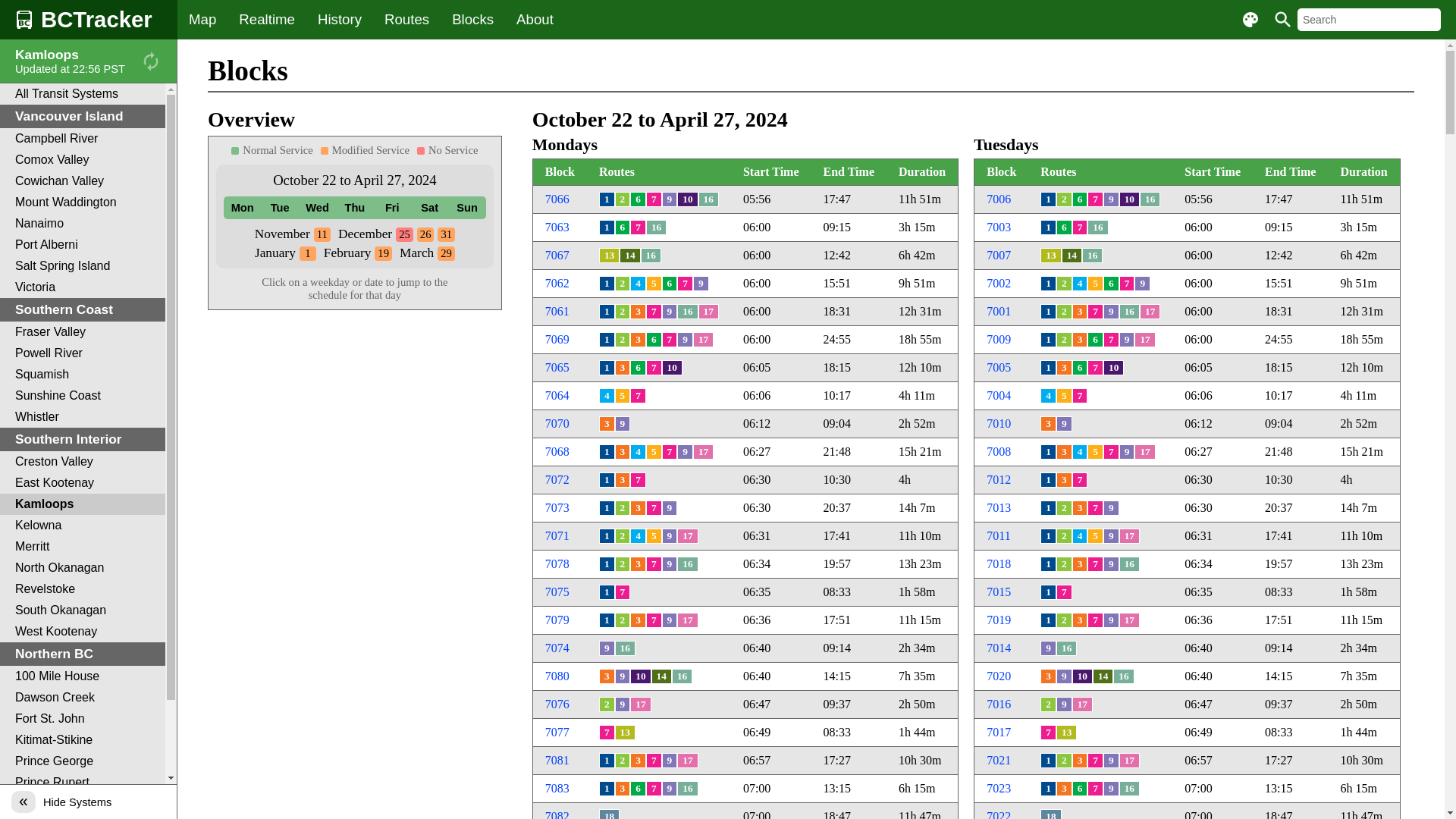 The height and width of the screenshot is (819, 1456). What do you see at coordinates (392, 207) in the screenshot?
I see `'Fri'` at bounding box center [392, 207].